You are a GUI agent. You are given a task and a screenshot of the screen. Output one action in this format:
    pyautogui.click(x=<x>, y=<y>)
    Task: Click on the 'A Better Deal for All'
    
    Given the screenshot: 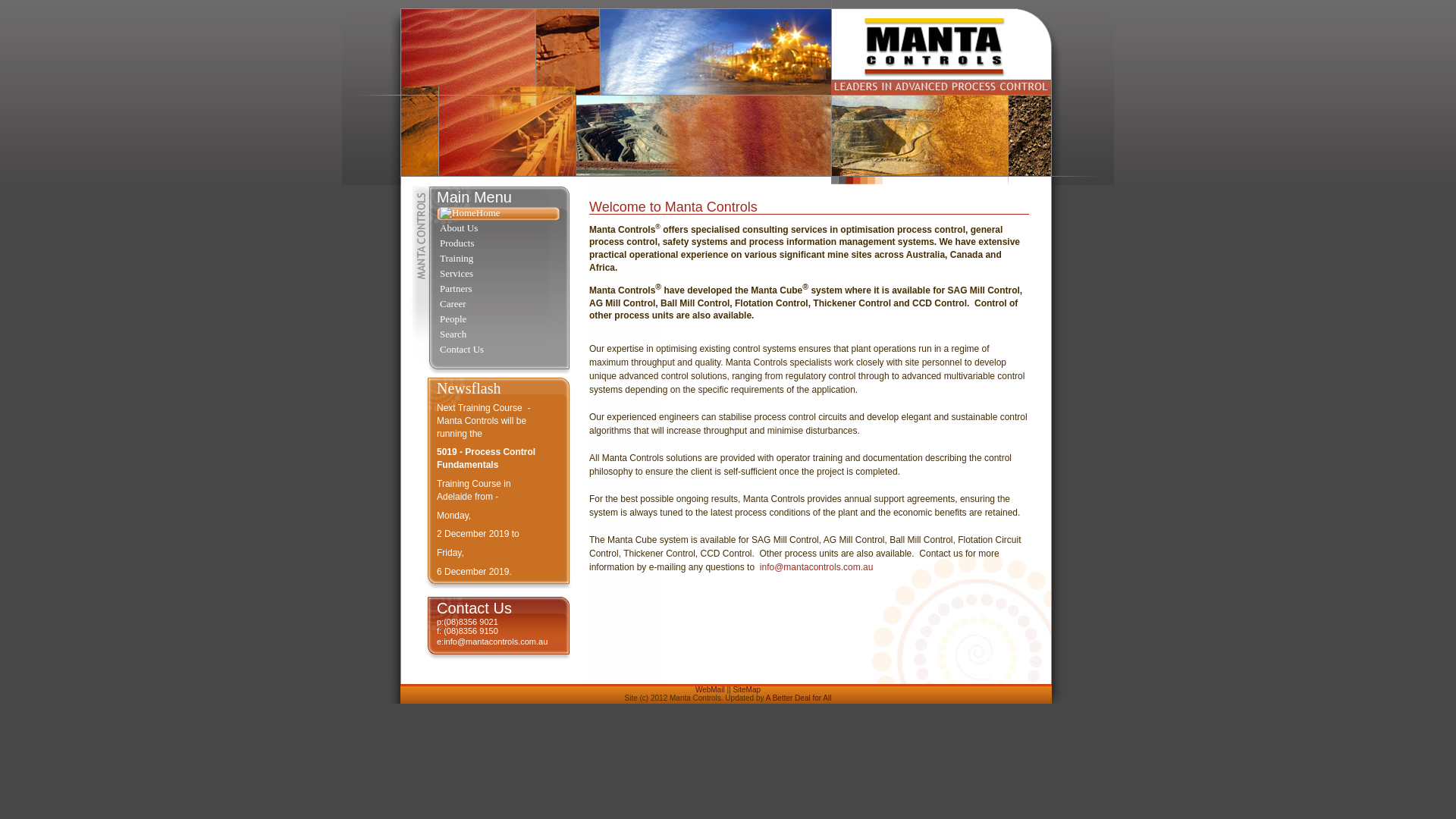 What is the action you would take?
    pyautogui.click(x=765, y=698)
    